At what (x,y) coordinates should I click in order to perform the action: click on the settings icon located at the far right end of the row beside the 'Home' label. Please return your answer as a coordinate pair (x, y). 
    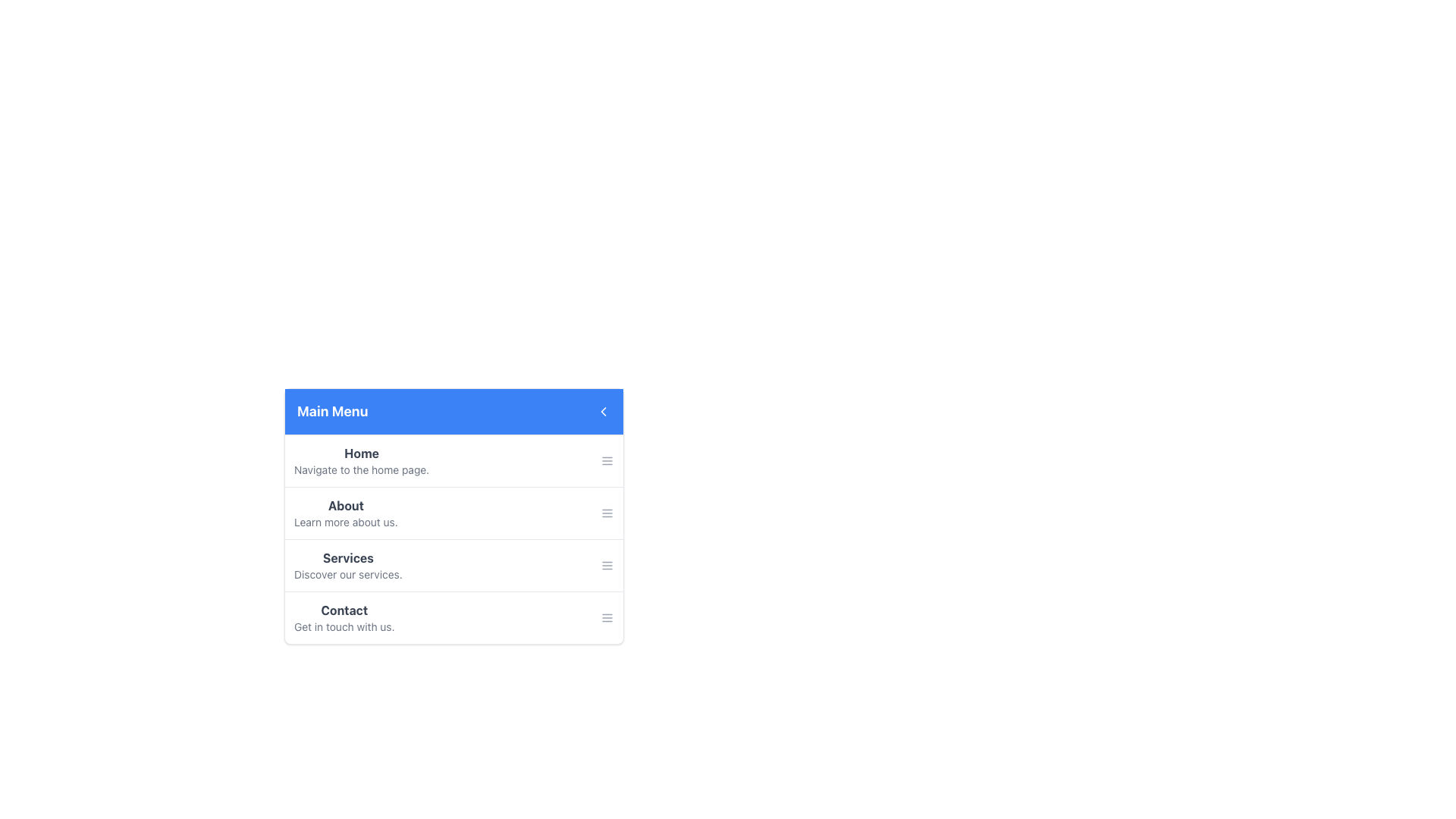
    Looking at the image, I should click on (607, 460).